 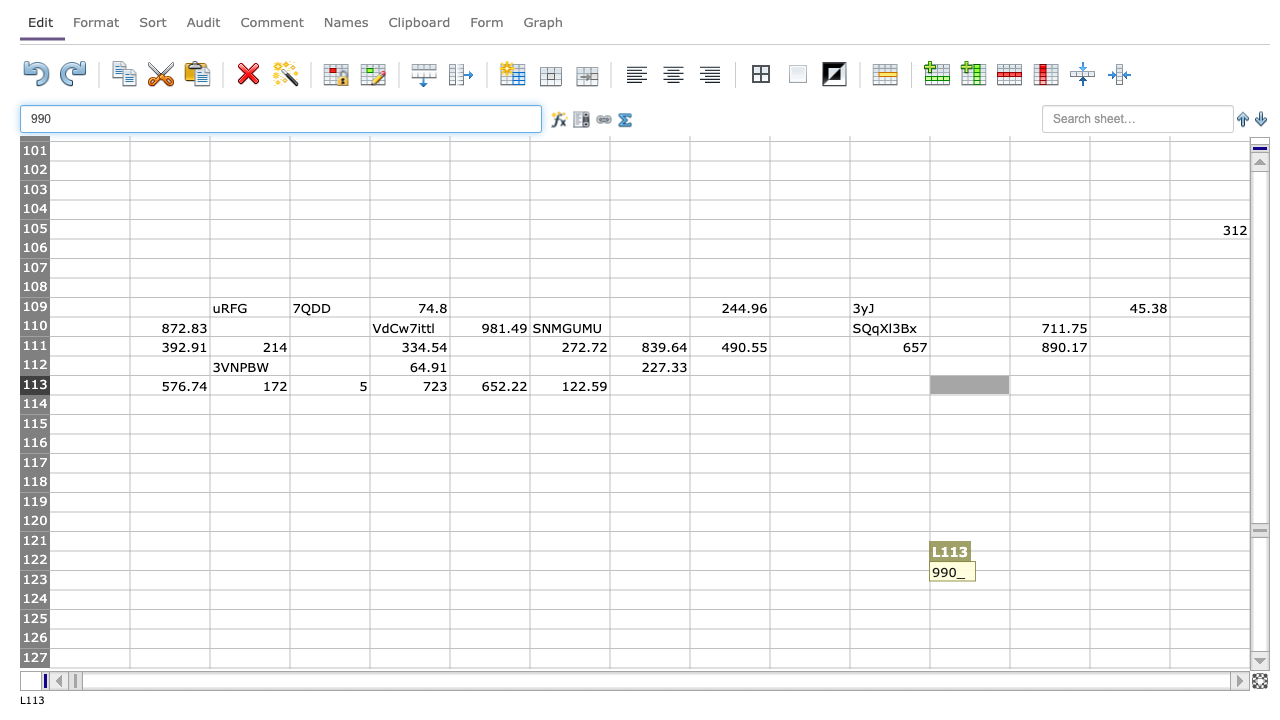 I want to click on N123, so click(x=1129, y=580).